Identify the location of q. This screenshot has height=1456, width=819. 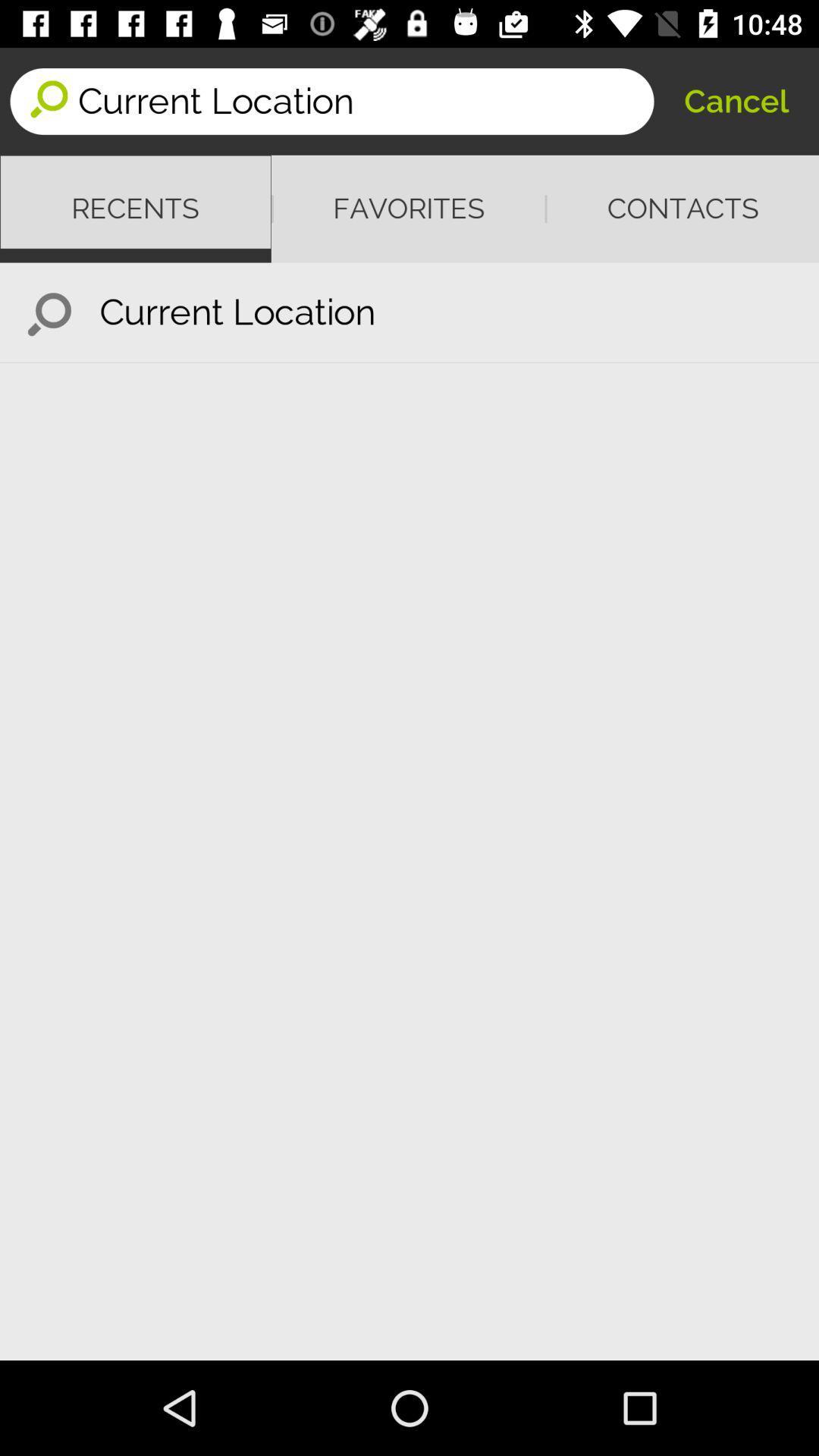
(49, 312).